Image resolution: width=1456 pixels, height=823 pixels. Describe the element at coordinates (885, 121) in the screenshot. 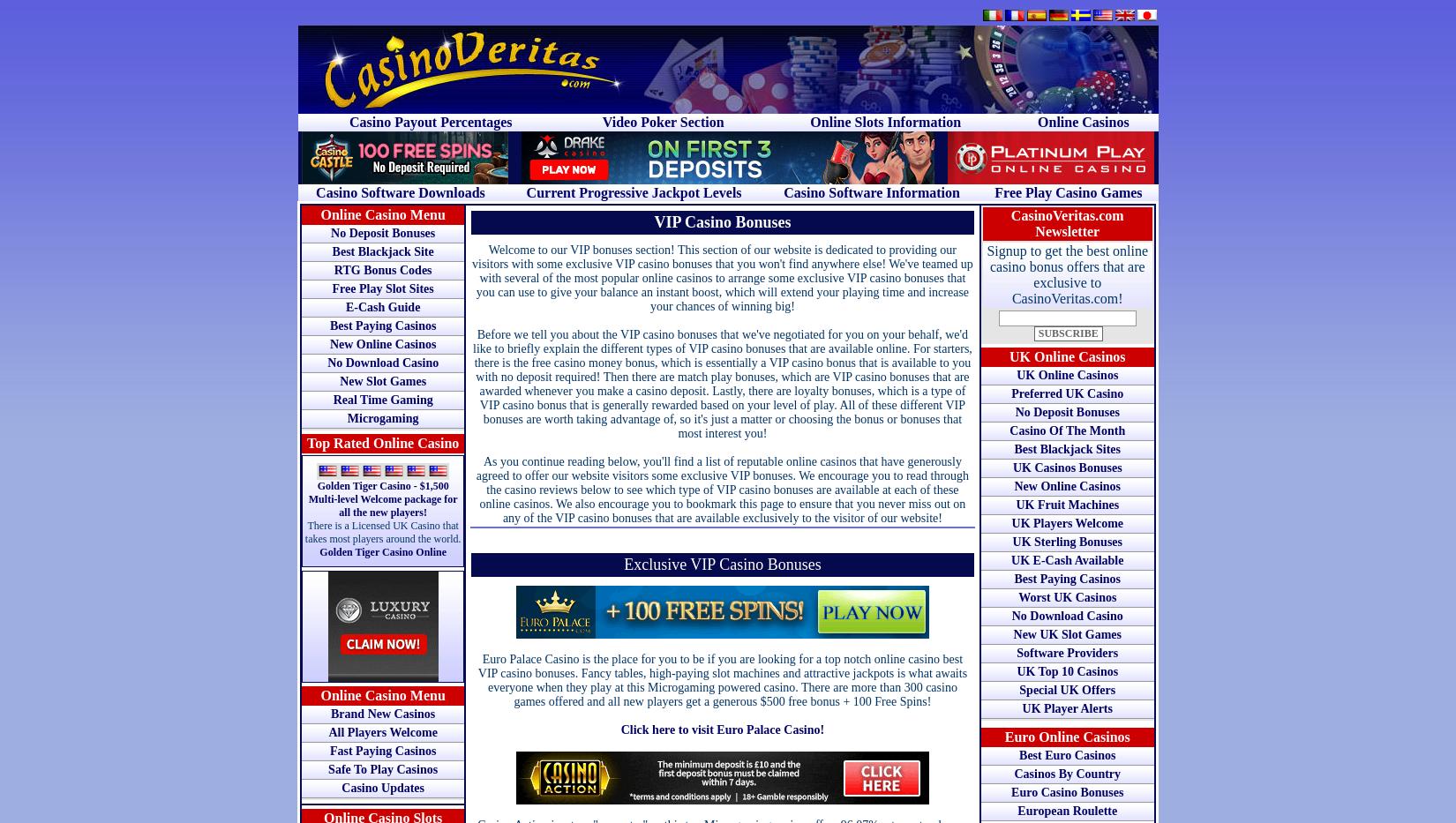

I see `'Online Slots Information'` at that location.